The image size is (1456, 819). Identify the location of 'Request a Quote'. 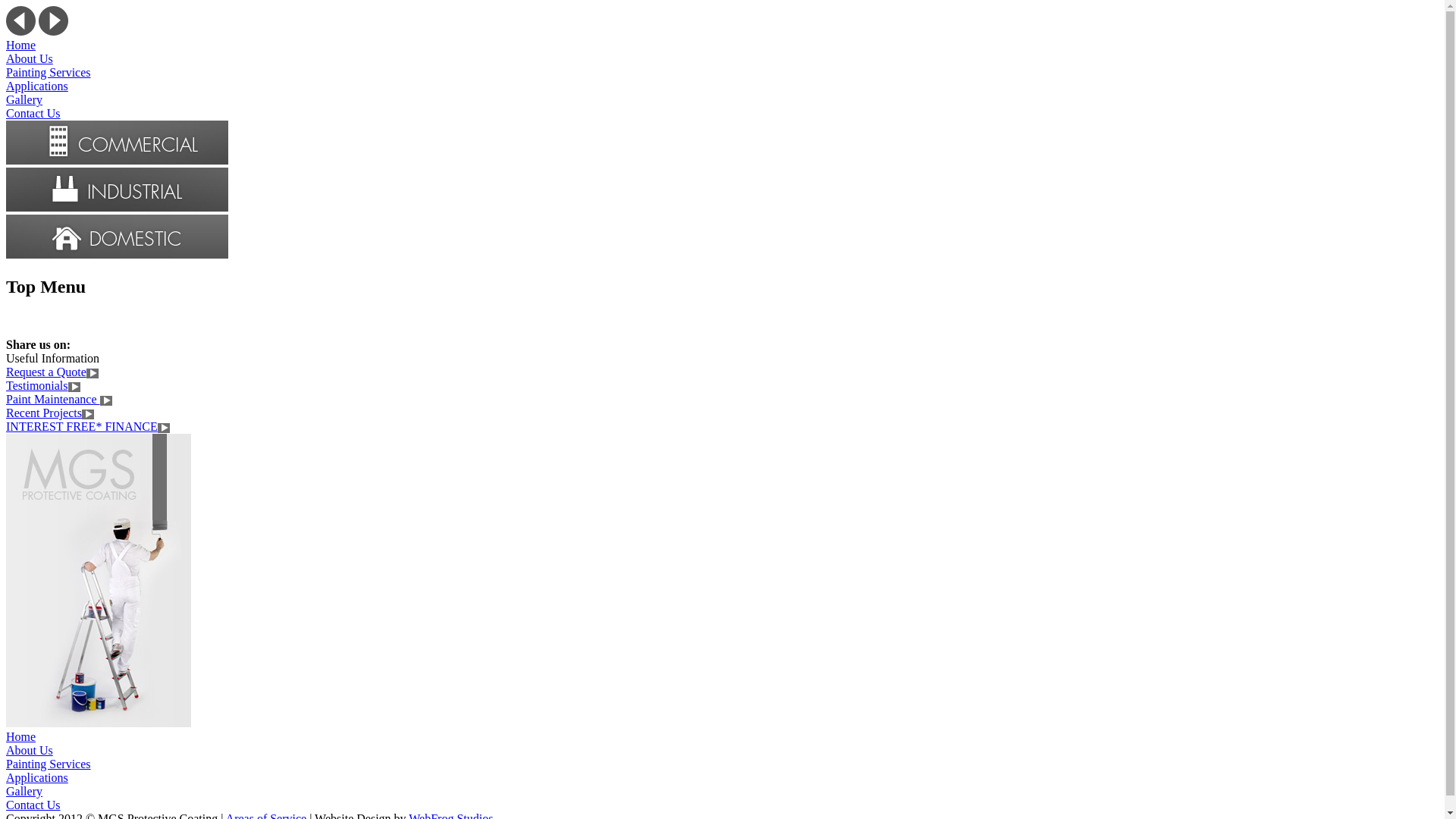
(46, 372).